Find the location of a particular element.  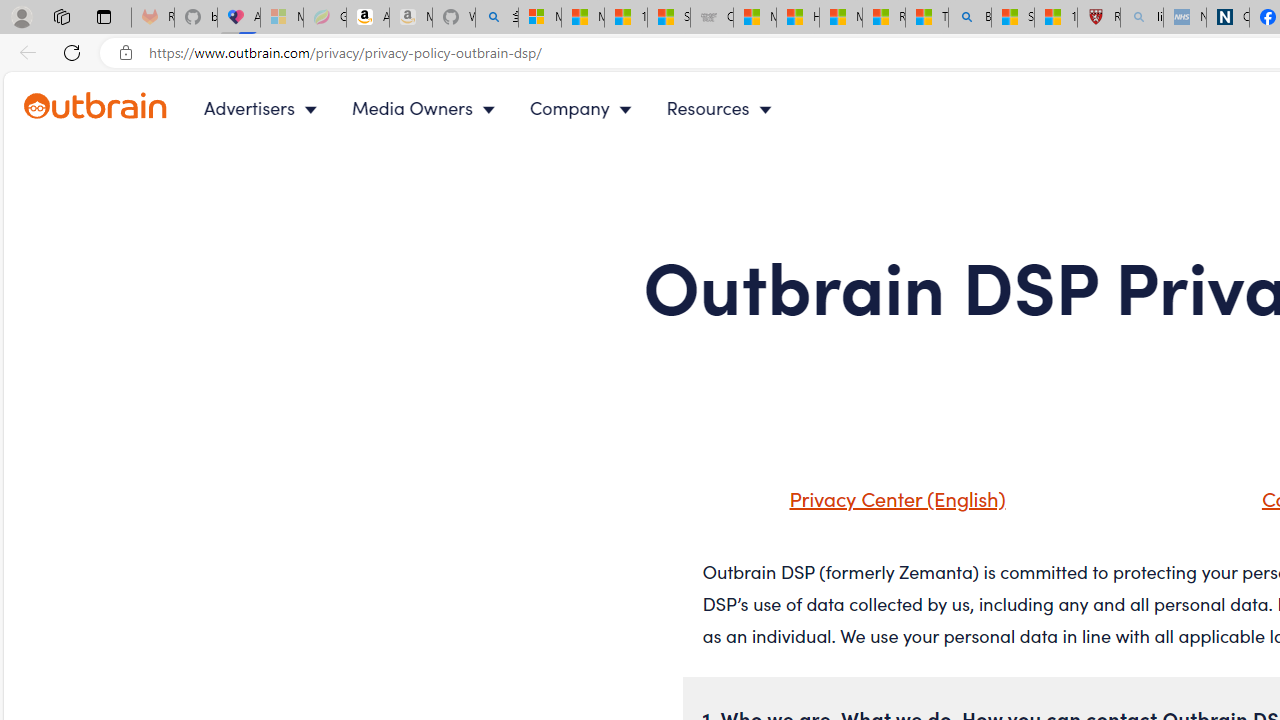

'Recipes - MSN' is located at coordinates (882, 17).